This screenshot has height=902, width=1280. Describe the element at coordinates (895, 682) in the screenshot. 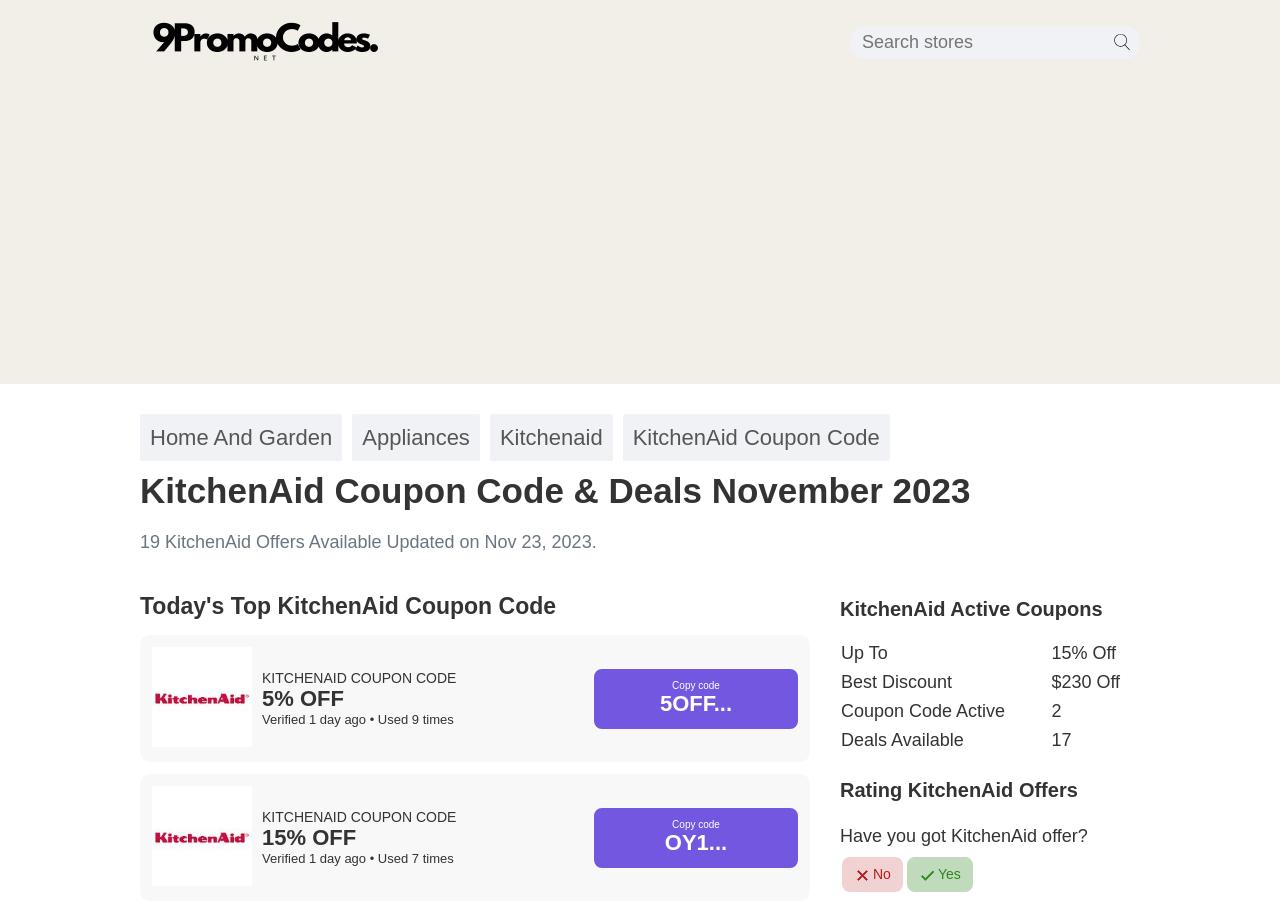

I see `'Best Discount'` at that location.